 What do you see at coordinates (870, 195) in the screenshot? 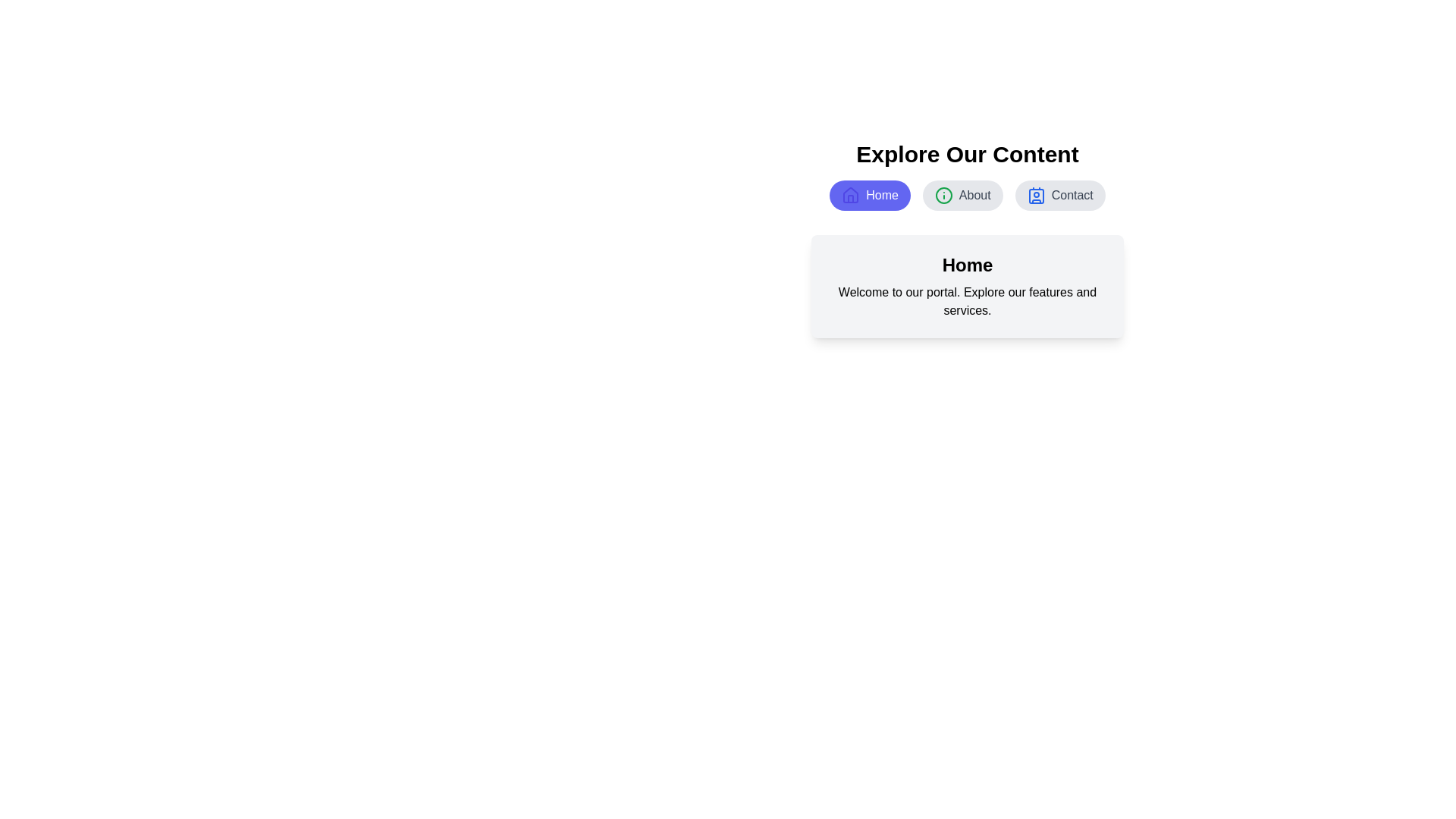
I see `the button labeled Home` at bounding box center [870, 195].